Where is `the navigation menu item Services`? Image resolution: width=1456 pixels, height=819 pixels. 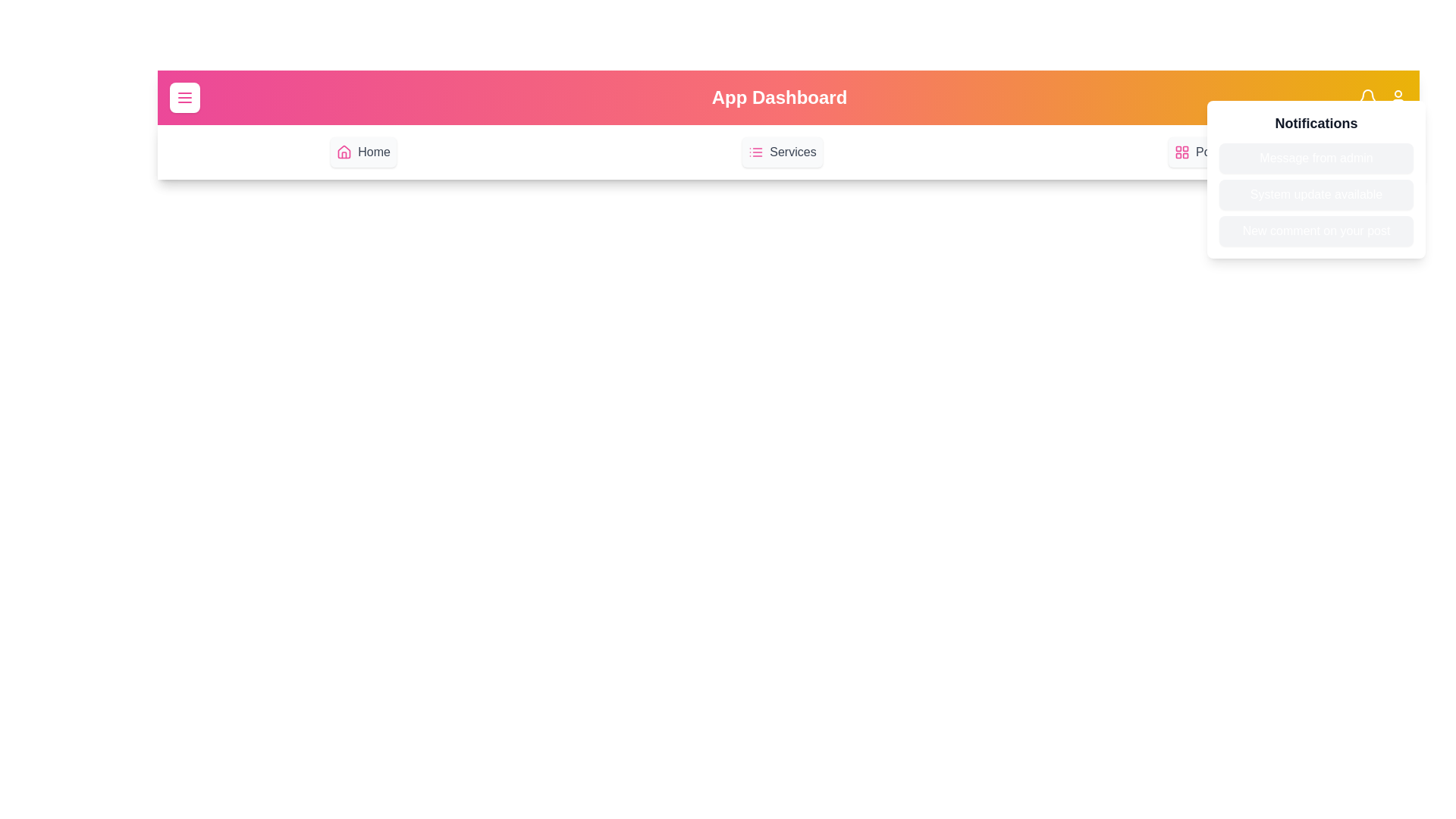
the navigation menu item Services is located at coordinates (783, 152).